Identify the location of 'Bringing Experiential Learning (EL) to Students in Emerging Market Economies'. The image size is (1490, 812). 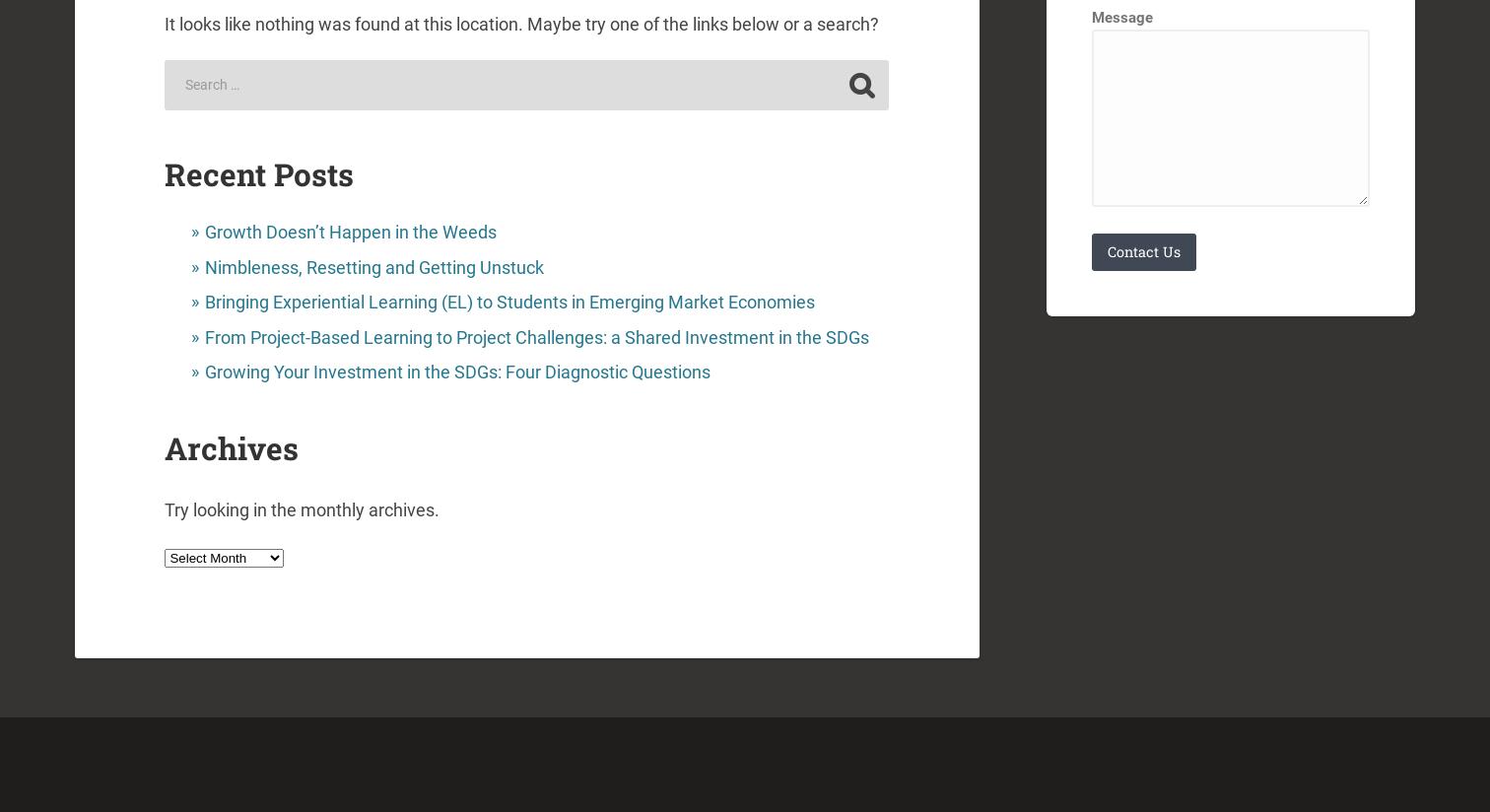
(509, 301).